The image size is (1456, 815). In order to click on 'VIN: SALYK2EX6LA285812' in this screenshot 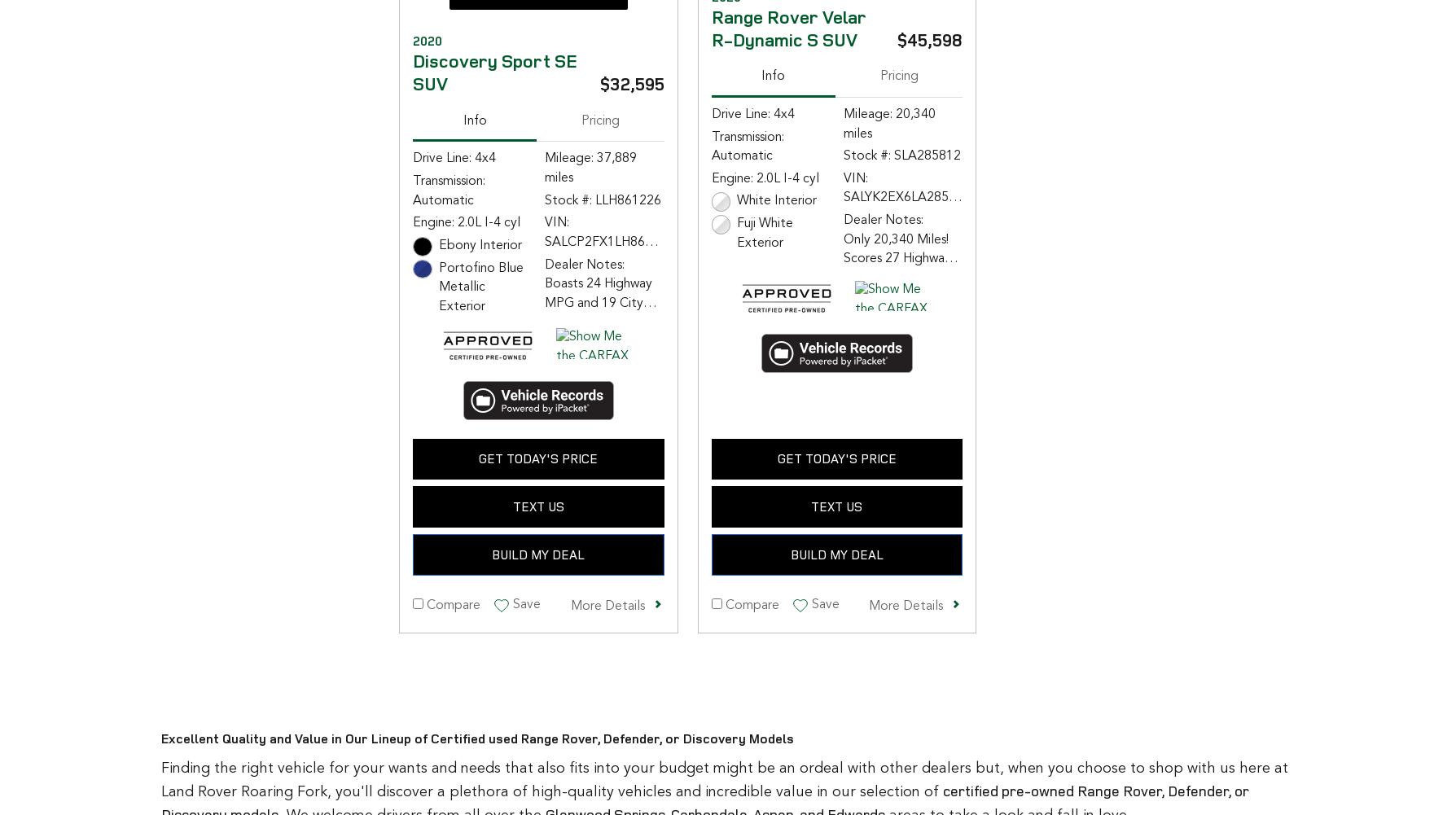, I will do `click(906, 187)`.